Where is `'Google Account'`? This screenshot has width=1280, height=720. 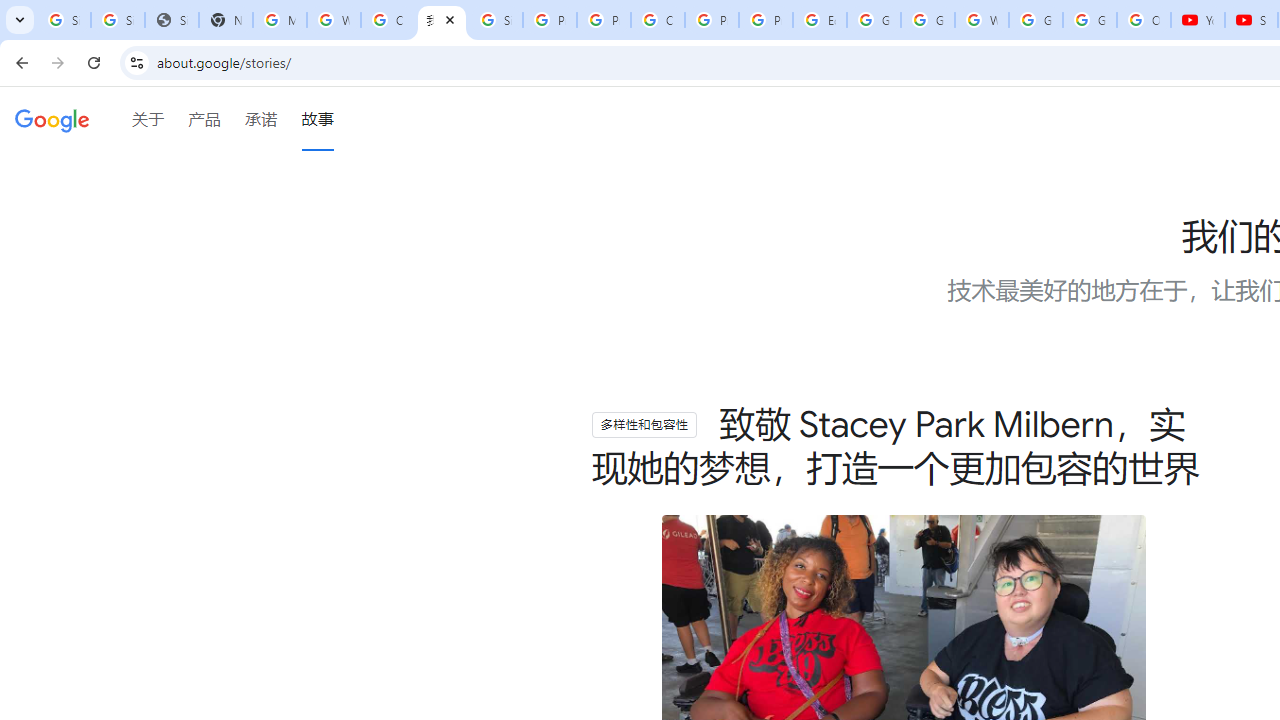
'Google Account' is located at coordinates (1088, 20).